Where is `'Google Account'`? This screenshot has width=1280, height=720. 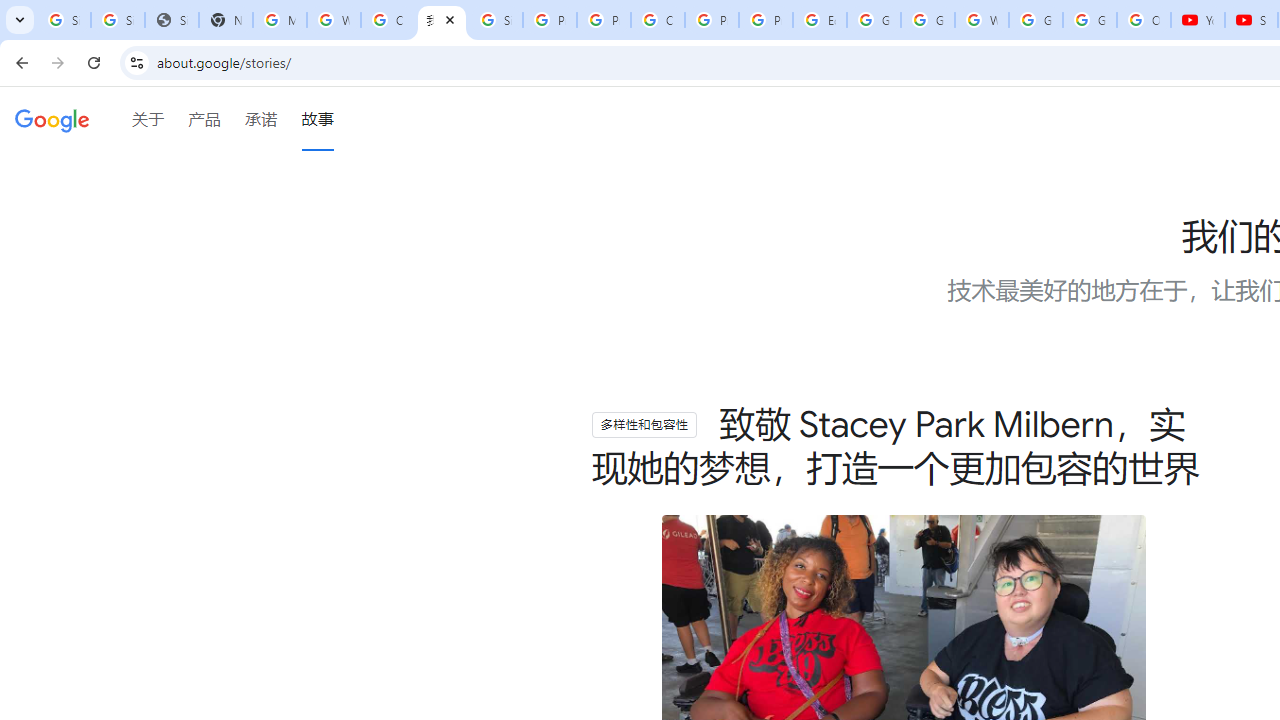
'Google Account' is located at coordinates (1088, 20).